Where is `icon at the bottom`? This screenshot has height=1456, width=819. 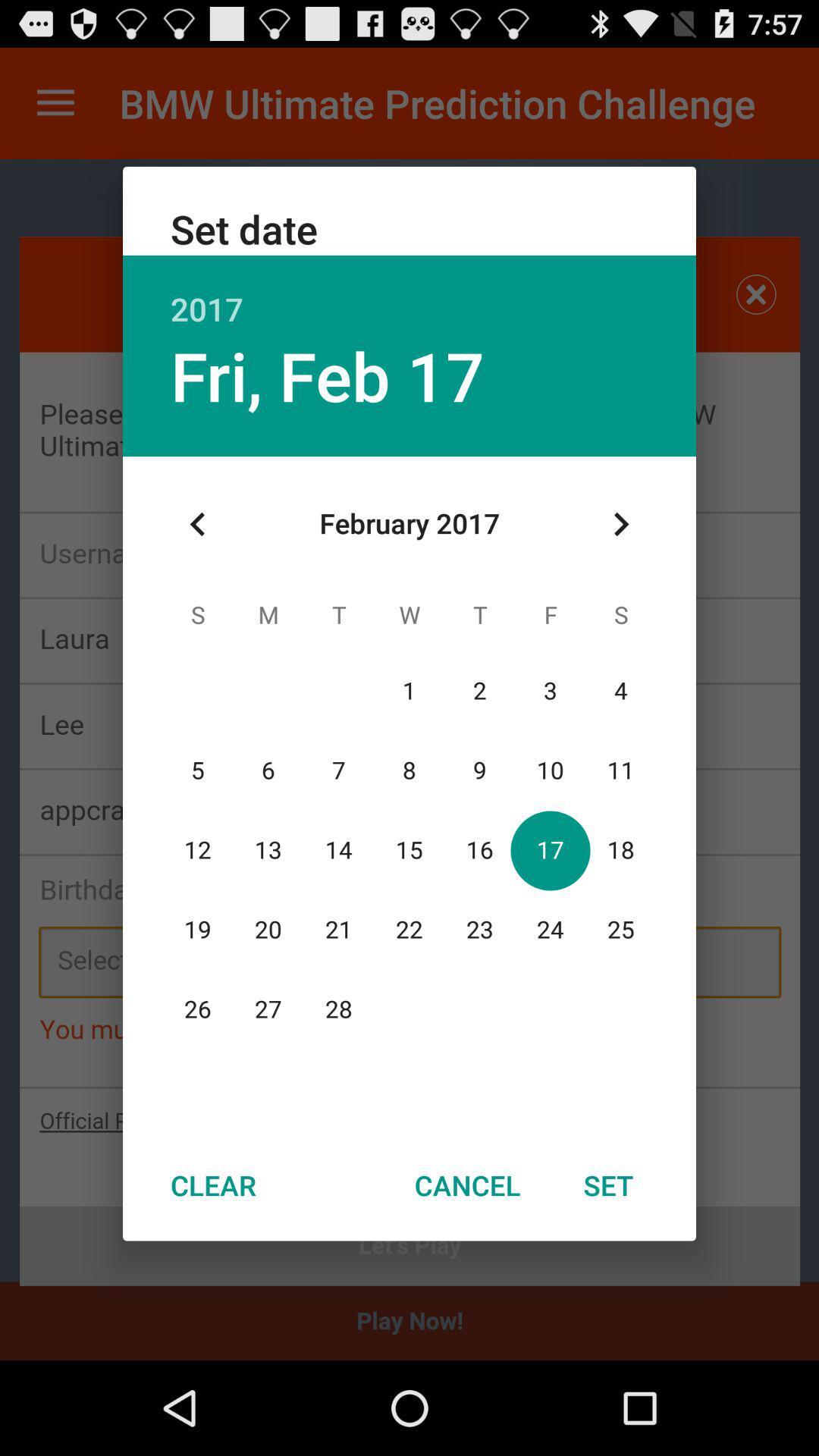
icon at the bottom is located at coordinates (466, 1185).